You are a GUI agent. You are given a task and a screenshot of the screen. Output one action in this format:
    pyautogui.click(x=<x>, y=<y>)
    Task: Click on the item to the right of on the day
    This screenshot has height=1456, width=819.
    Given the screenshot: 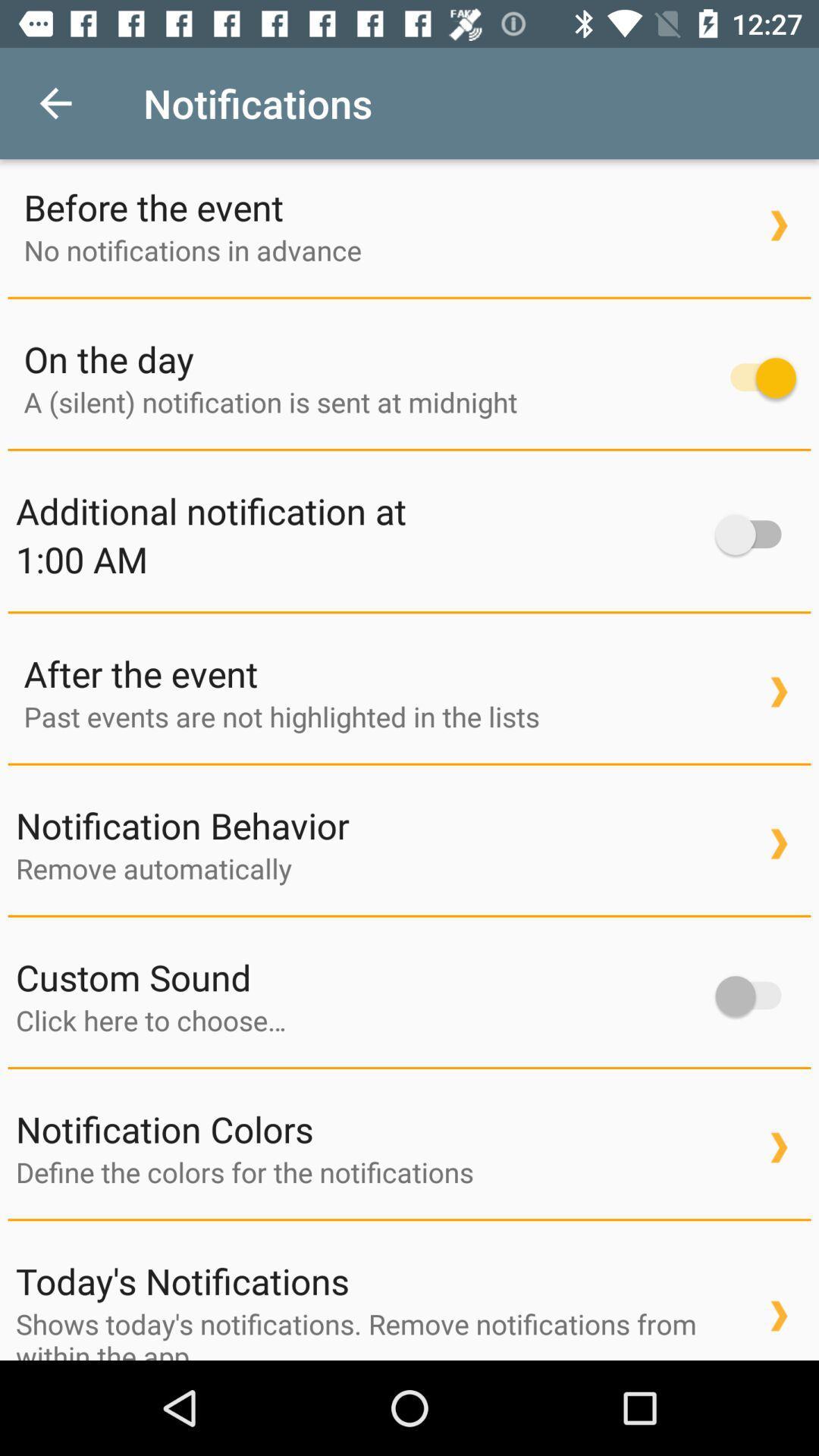 What is the action you would take?
    pyautogui.click(x=755, y=378)
    